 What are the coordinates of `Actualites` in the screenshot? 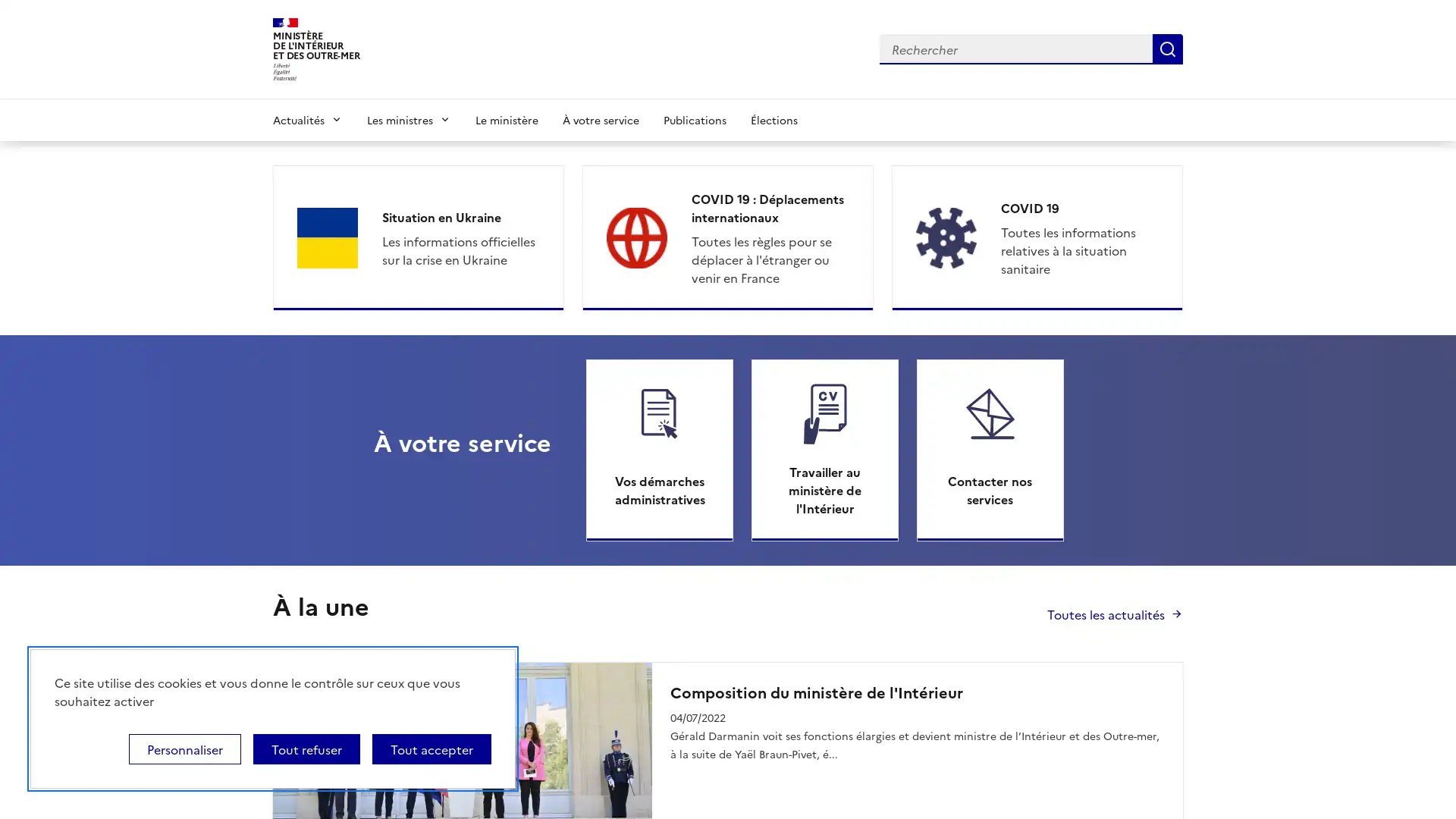 It's located at (307, 118).